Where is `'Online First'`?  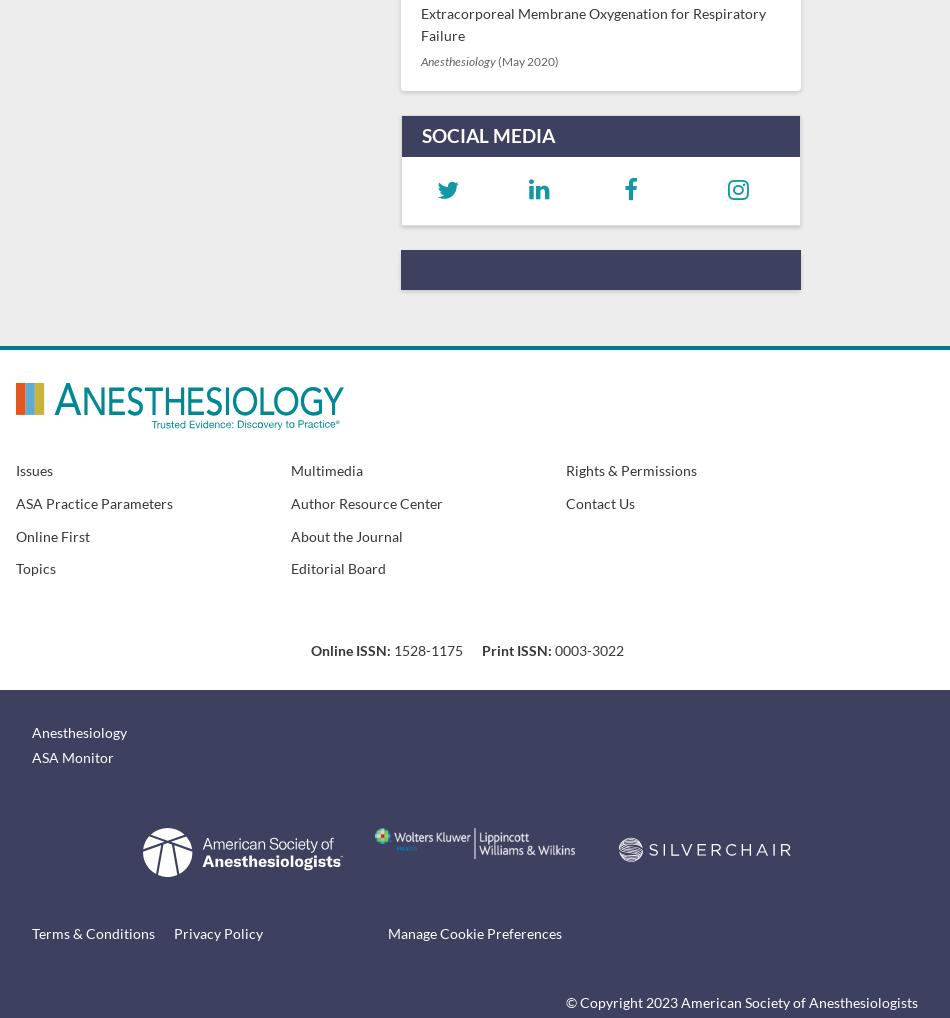 'Online First' is located at coordinates (53, 534).